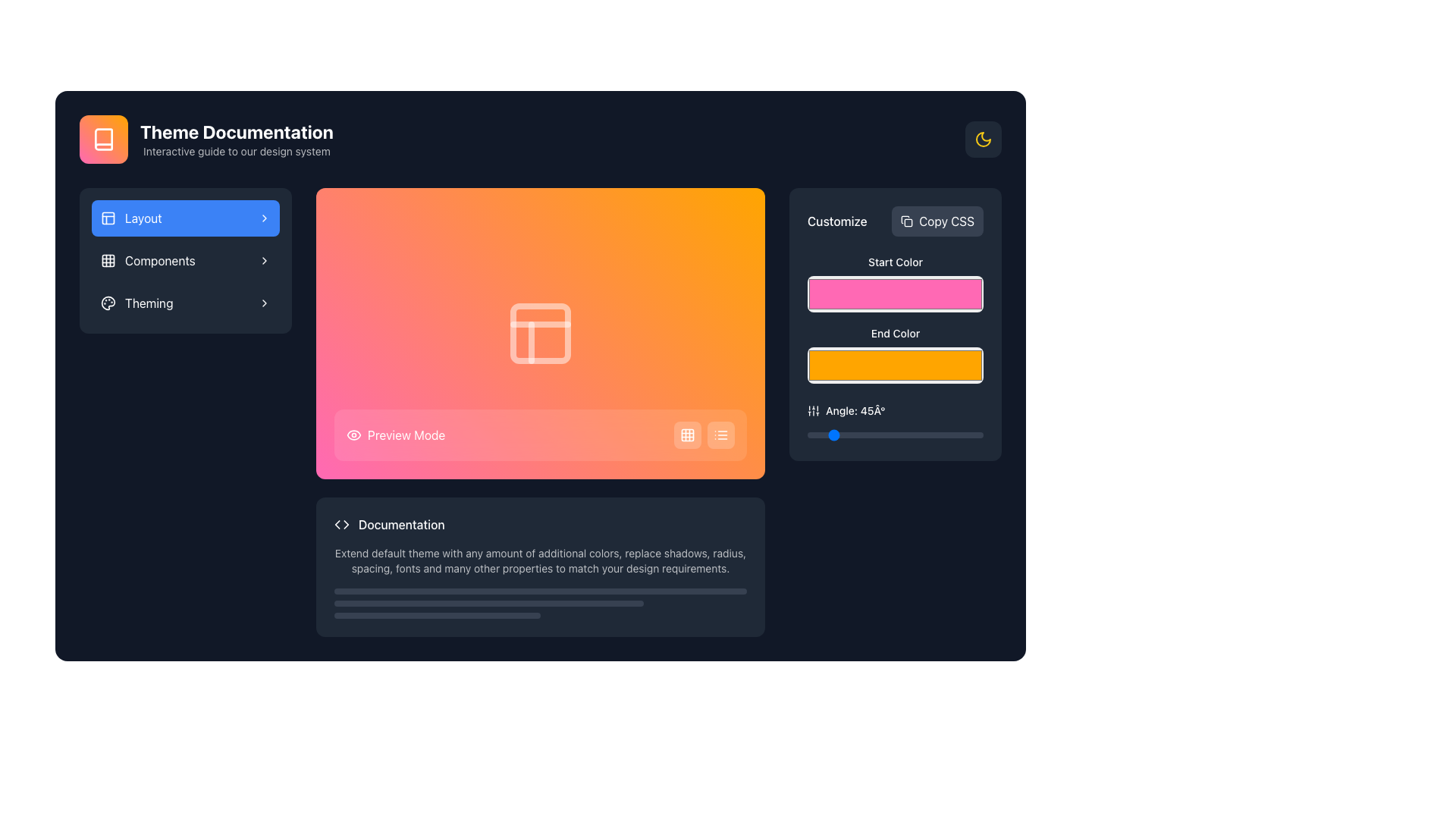 The width and height of the screenshot is (1456, 819). Describe the element at coordinates (143, 218) in the screenshot. I see `the 'Layout' text label, which is styled with bold, white text and is the first item in a vertical menu list, positioned within a blue rectangular background` at that location.